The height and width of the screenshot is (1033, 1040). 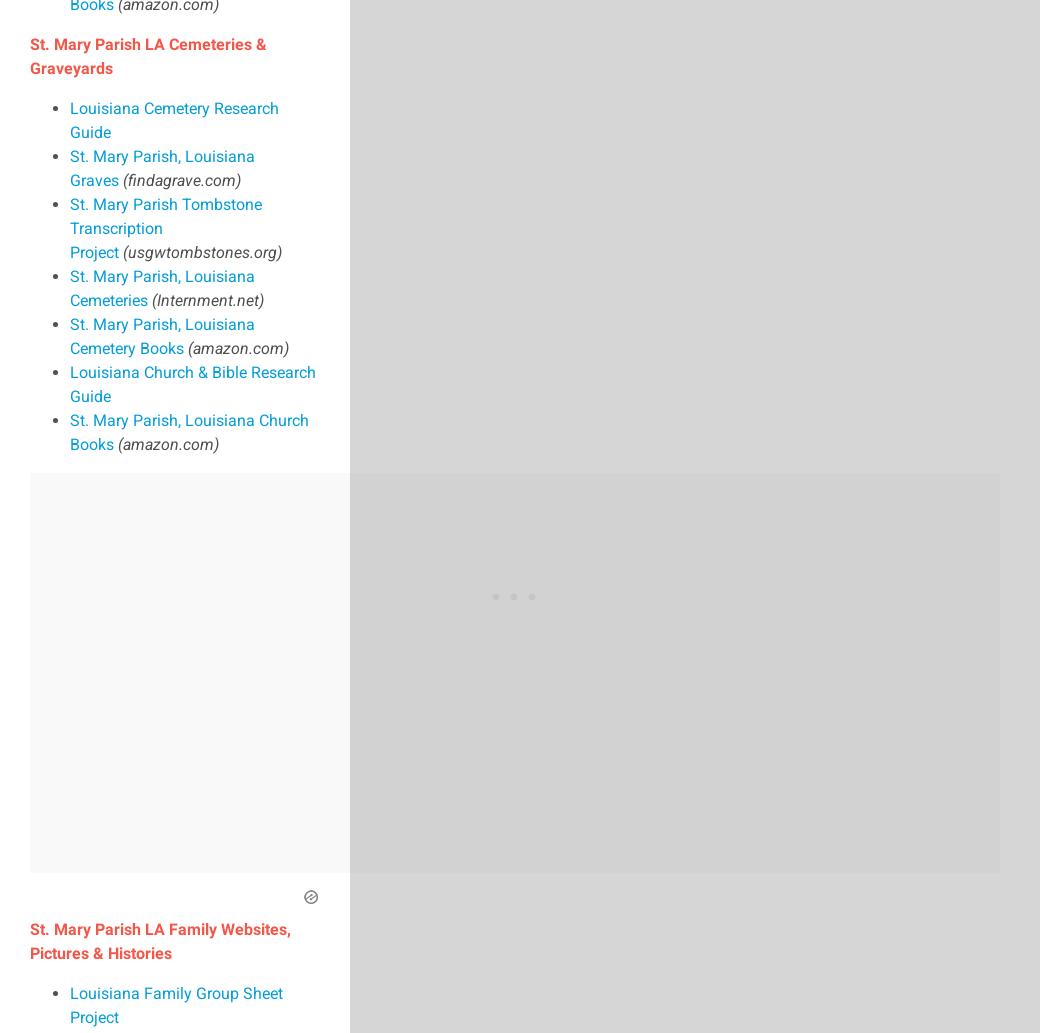 I want to click on 'St. Mary Parish LA Family Websites, Pictures & Histories', so click(x=160, y=939).